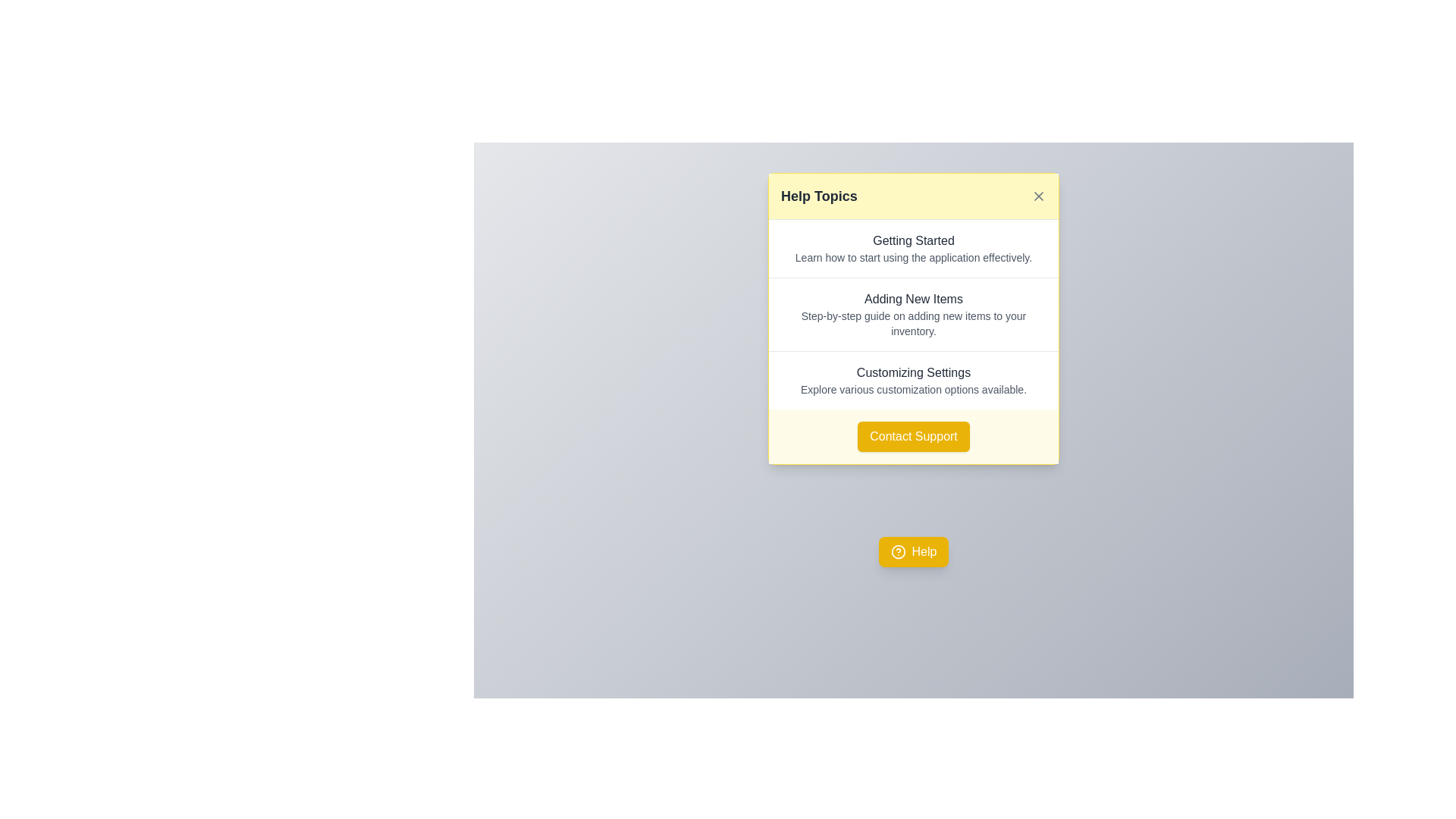 The image size is (1456, 819). What do you see at coordinates (1037, 195) in the screenshot?
I see `the close button located at the top-right corner of the yellow header in the modal dialog containing help topics` at bounding box center [1037, 195].